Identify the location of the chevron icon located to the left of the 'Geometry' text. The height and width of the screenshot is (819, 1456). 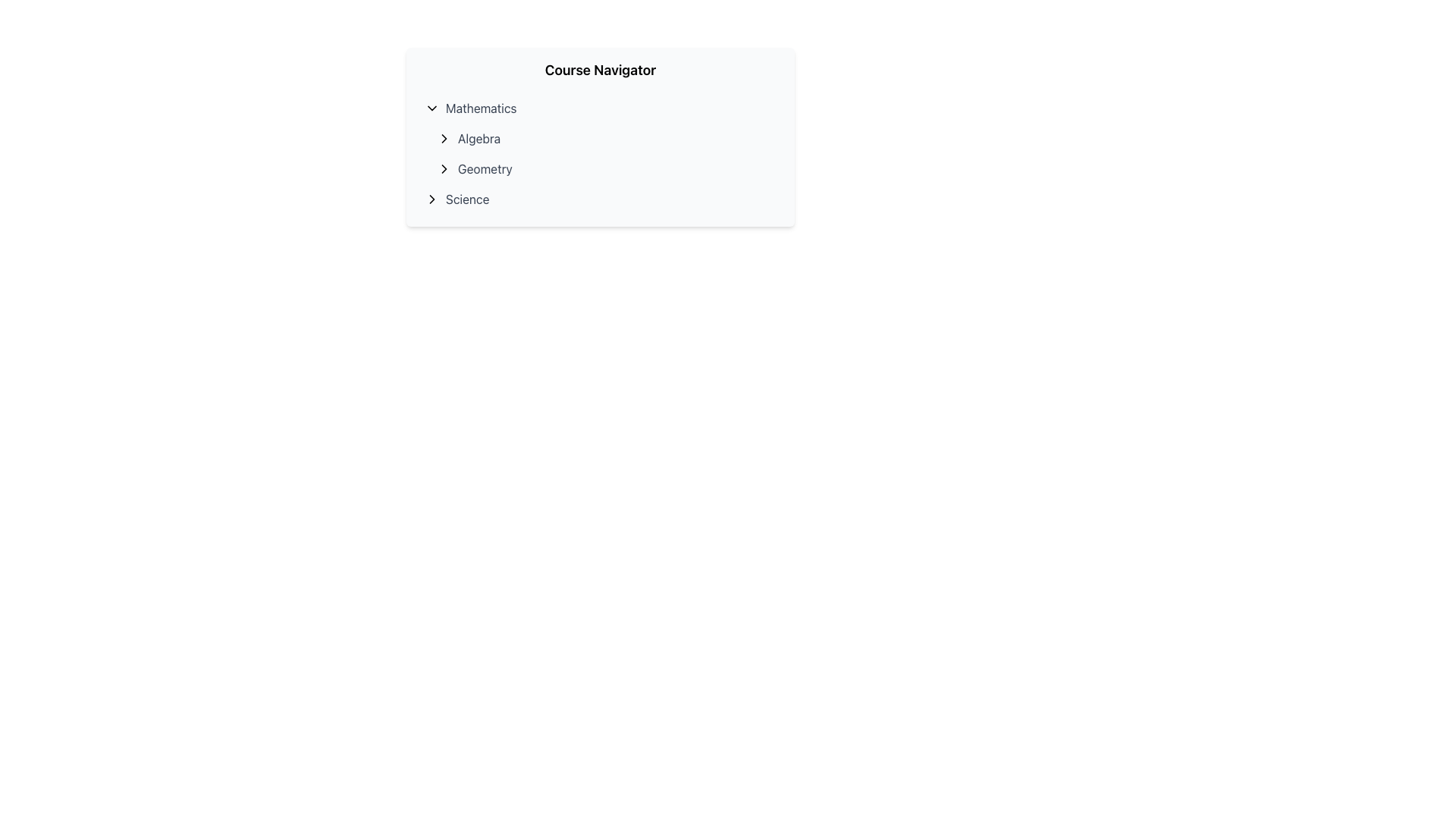
(443, 169).